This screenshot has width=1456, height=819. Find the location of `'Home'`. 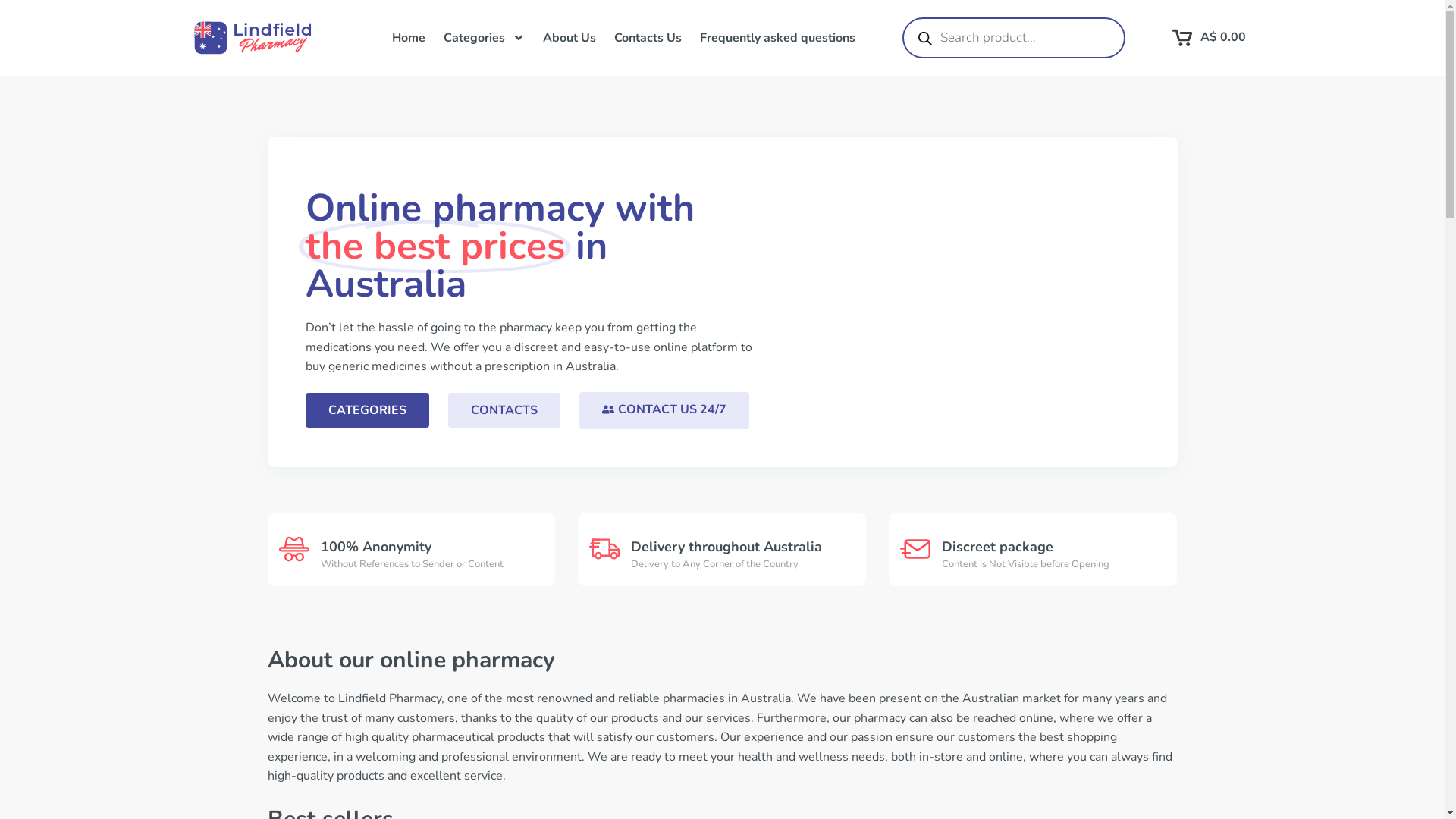

'Home' is located at coordinates (407, 37).